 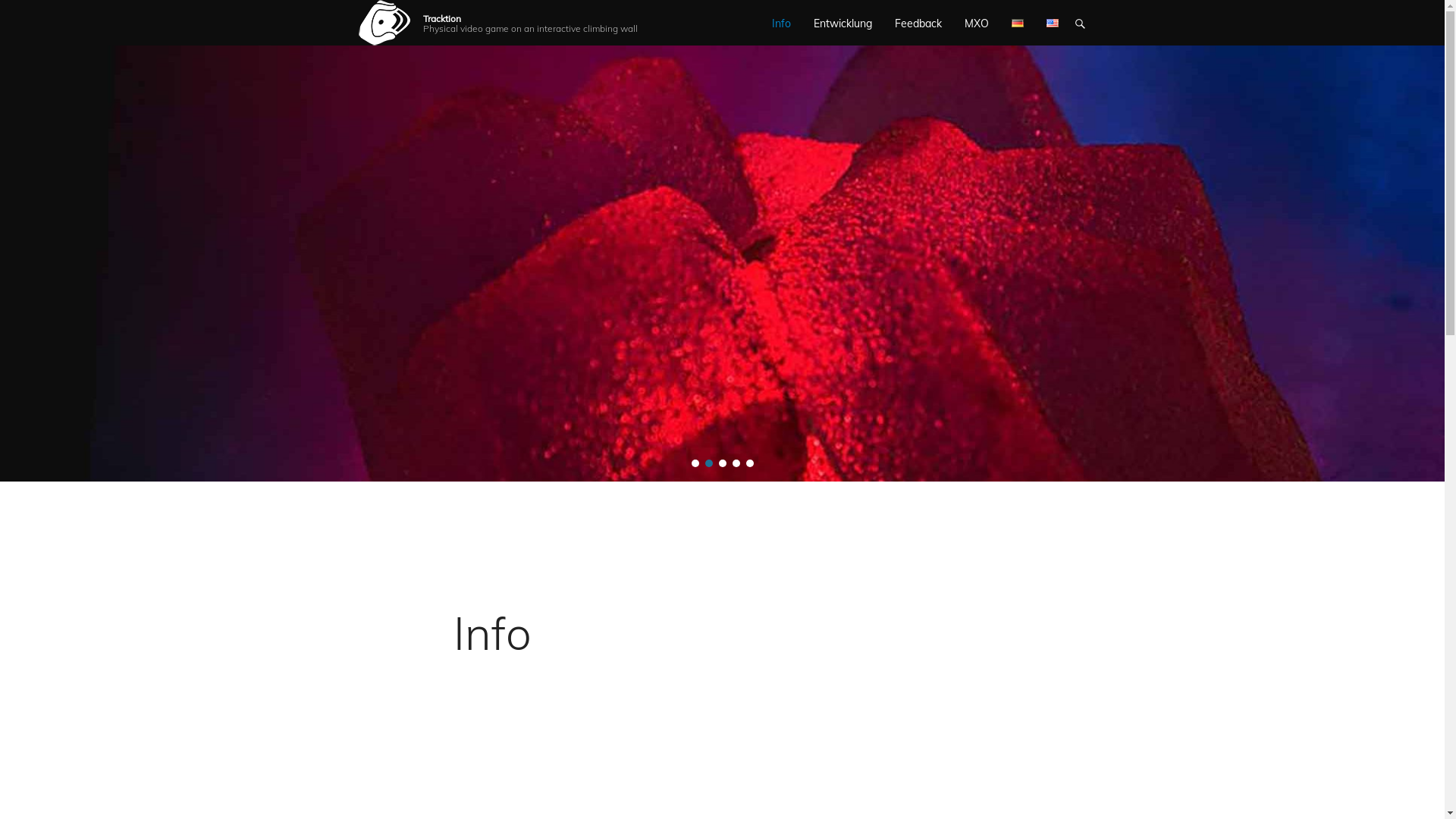 I want to click on 'Tracktion', so click(x=441, y=18).